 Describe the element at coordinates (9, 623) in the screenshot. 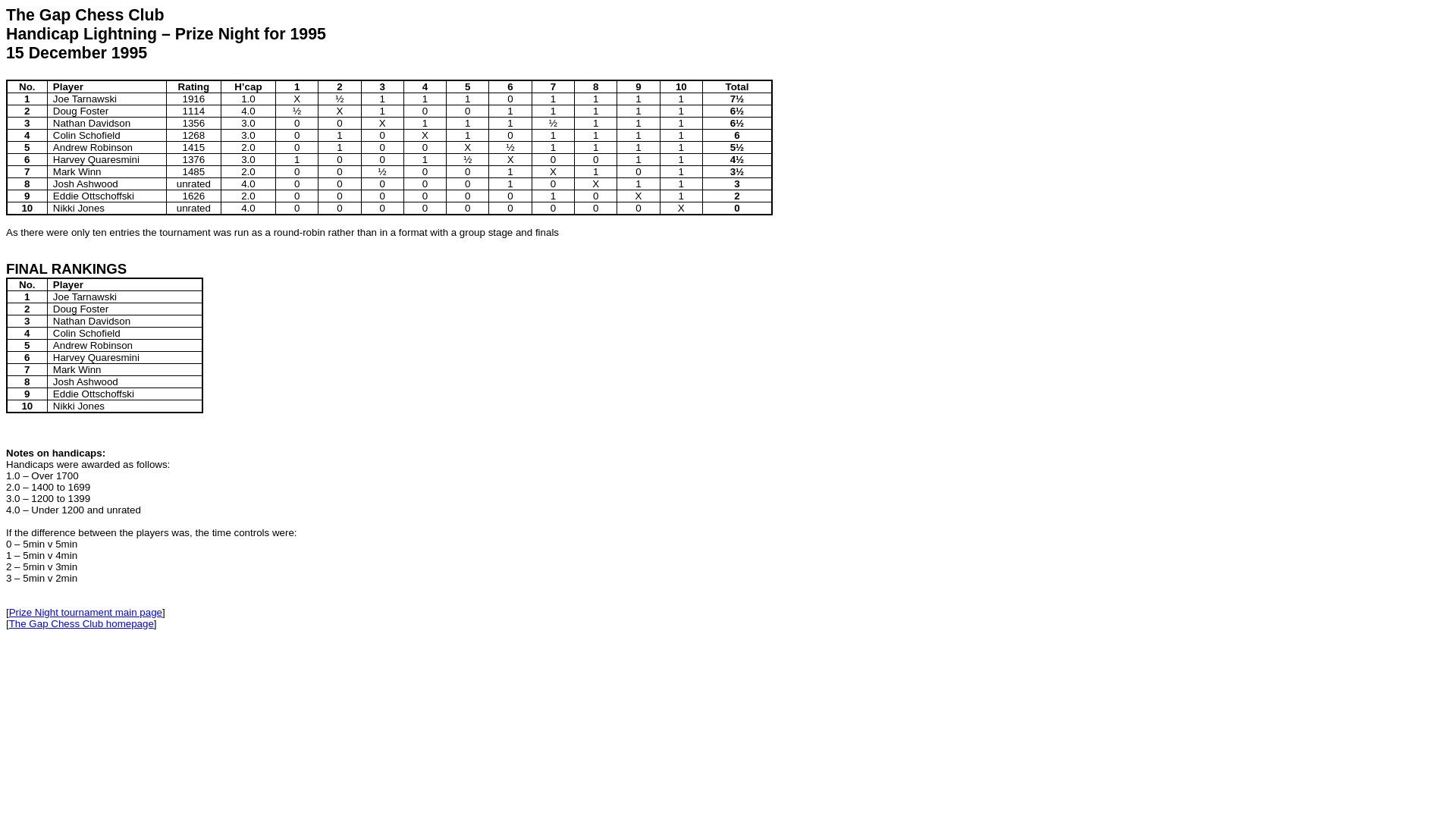

I see `'The Gap Chess Club homepage'` at that location.